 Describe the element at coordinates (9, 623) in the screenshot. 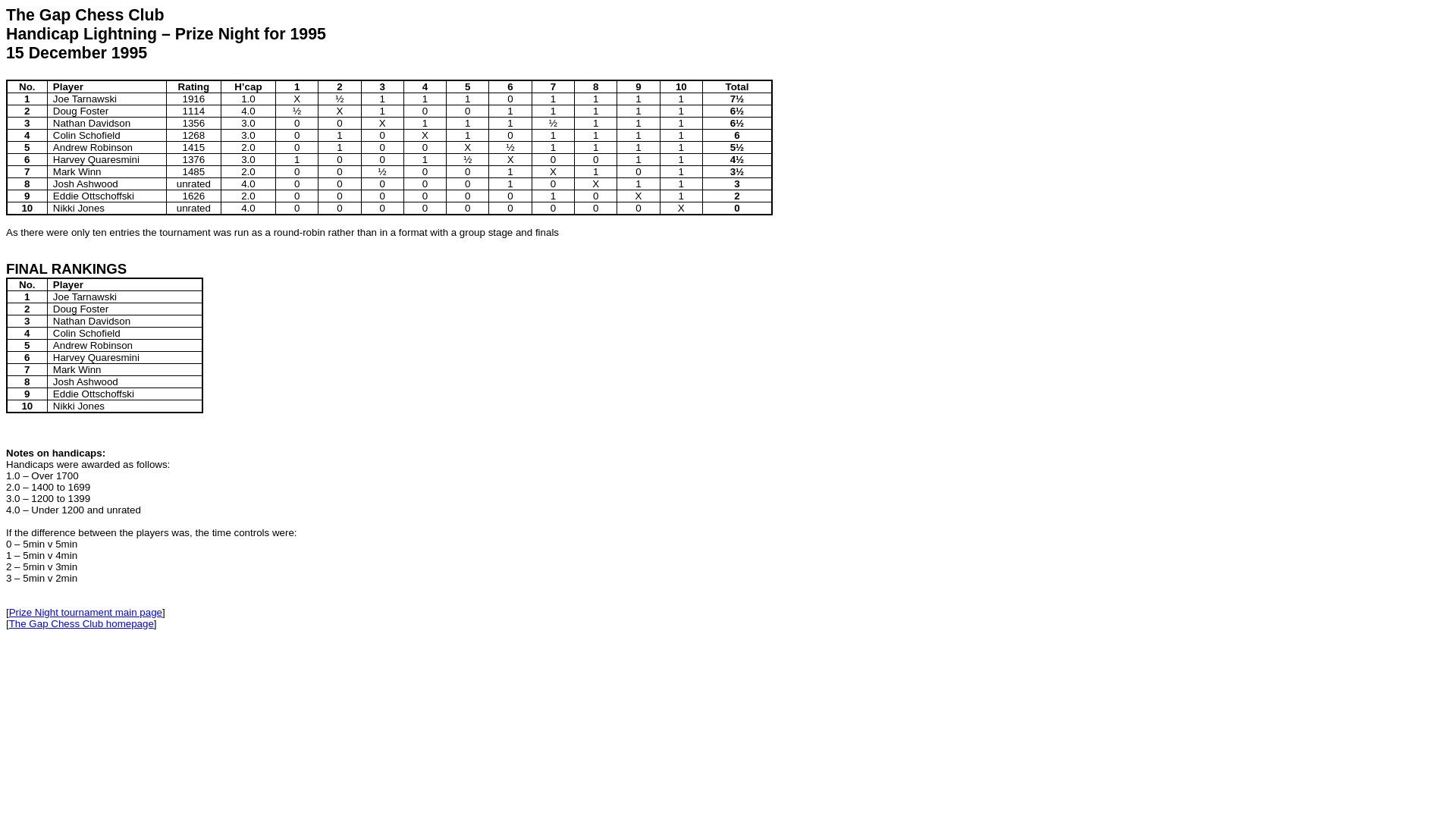

I see `'The Gap Chess Club homepage'` at that location.